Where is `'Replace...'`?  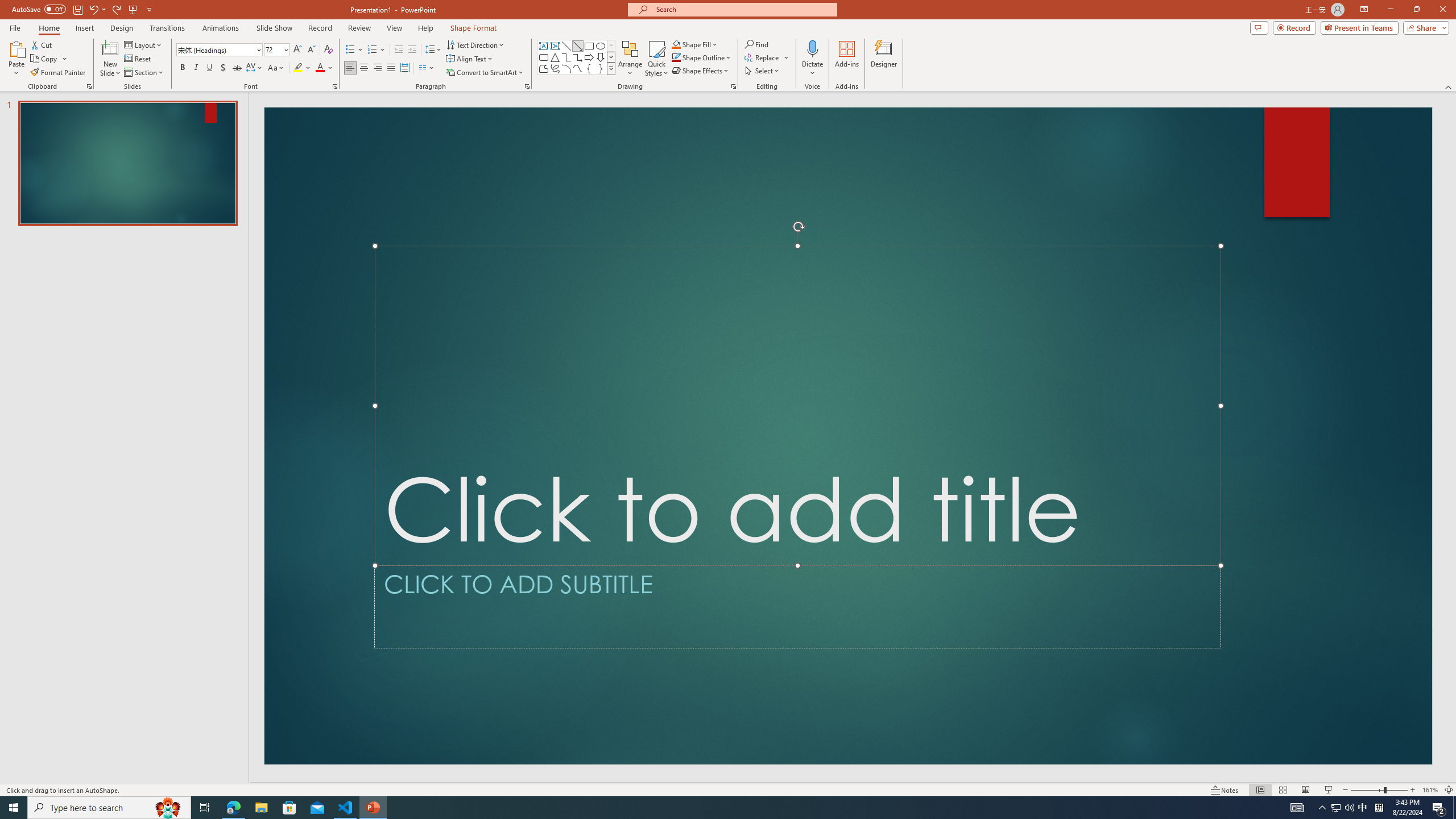 'Replace...' is located at coordinates (767, 56).